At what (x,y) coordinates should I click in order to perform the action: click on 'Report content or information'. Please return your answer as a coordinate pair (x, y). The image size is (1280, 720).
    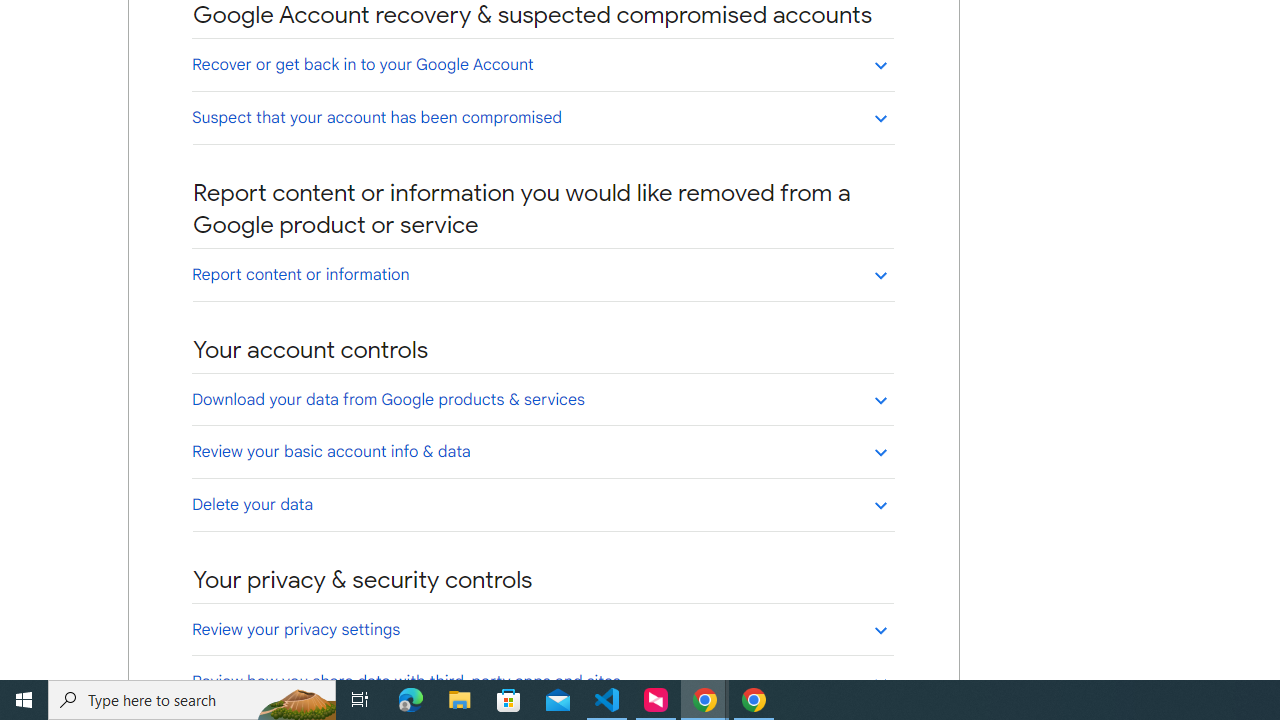
    Looking at the image, I should click on (542, 274).